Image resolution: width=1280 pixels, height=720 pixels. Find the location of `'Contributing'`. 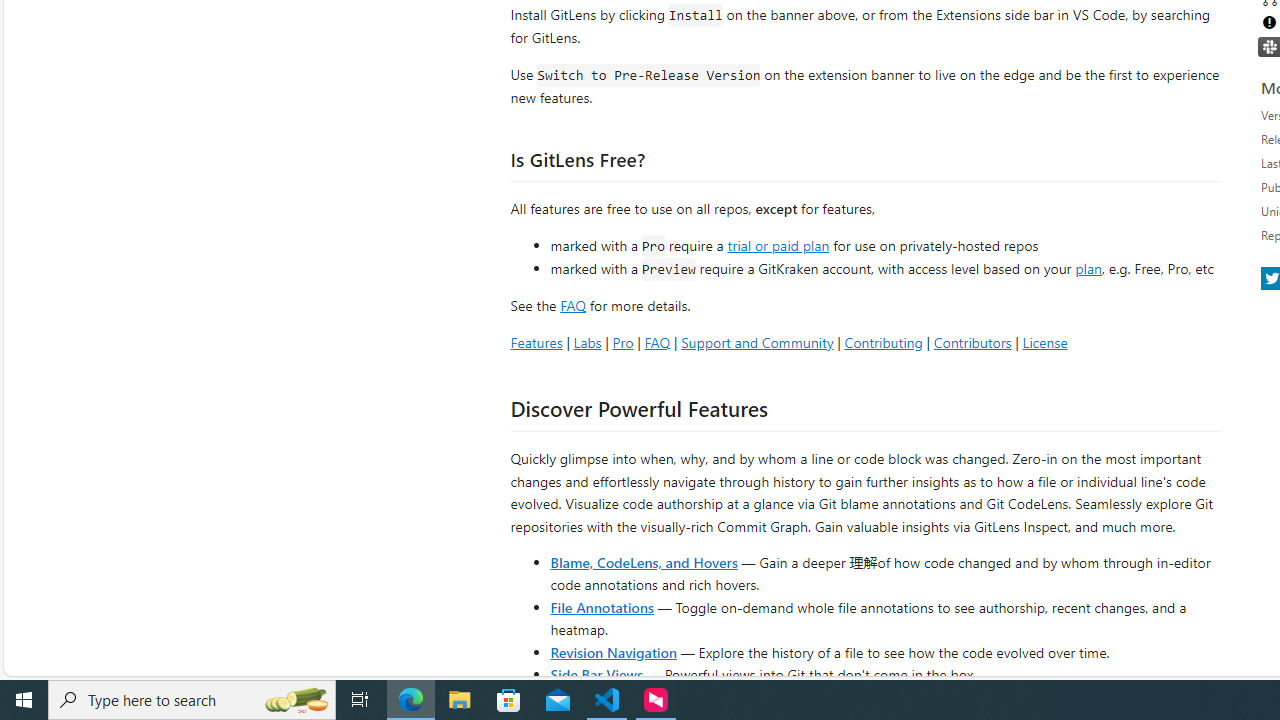

'Contributing' is located at coordinates (882, 341).